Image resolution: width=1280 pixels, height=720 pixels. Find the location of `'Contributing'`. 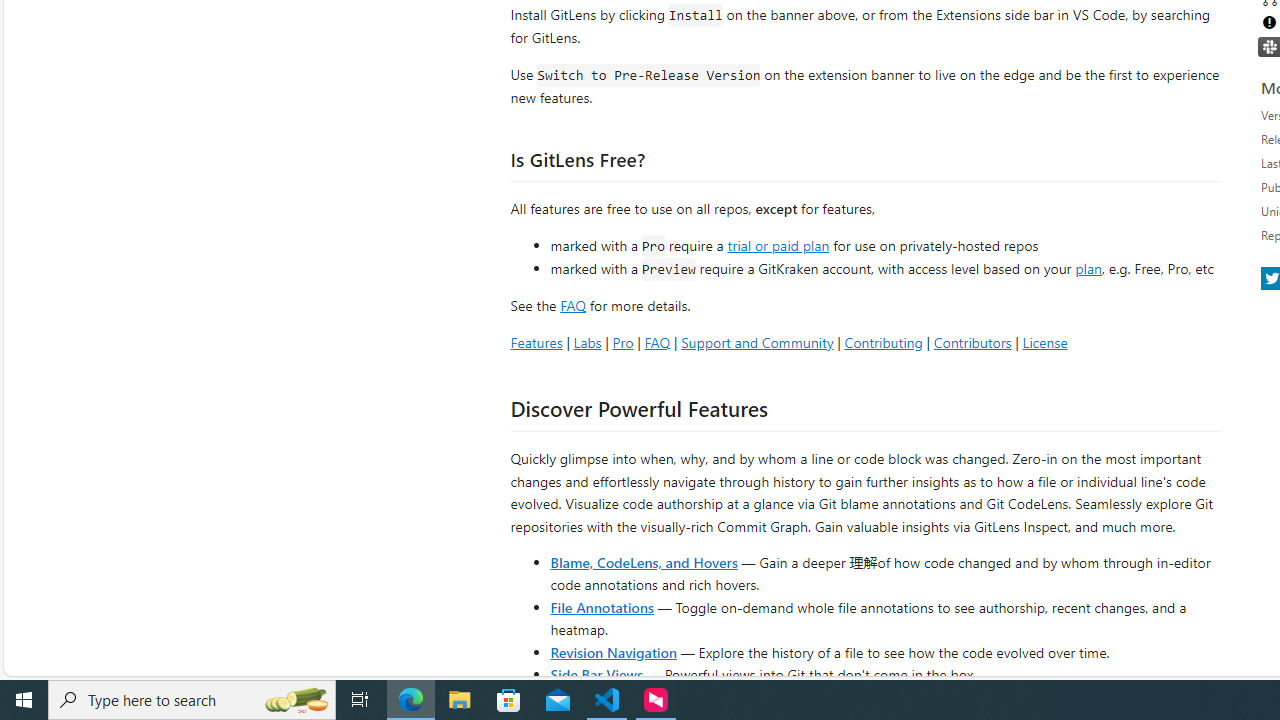

'Contributing' is located at coordinates (882, 341).